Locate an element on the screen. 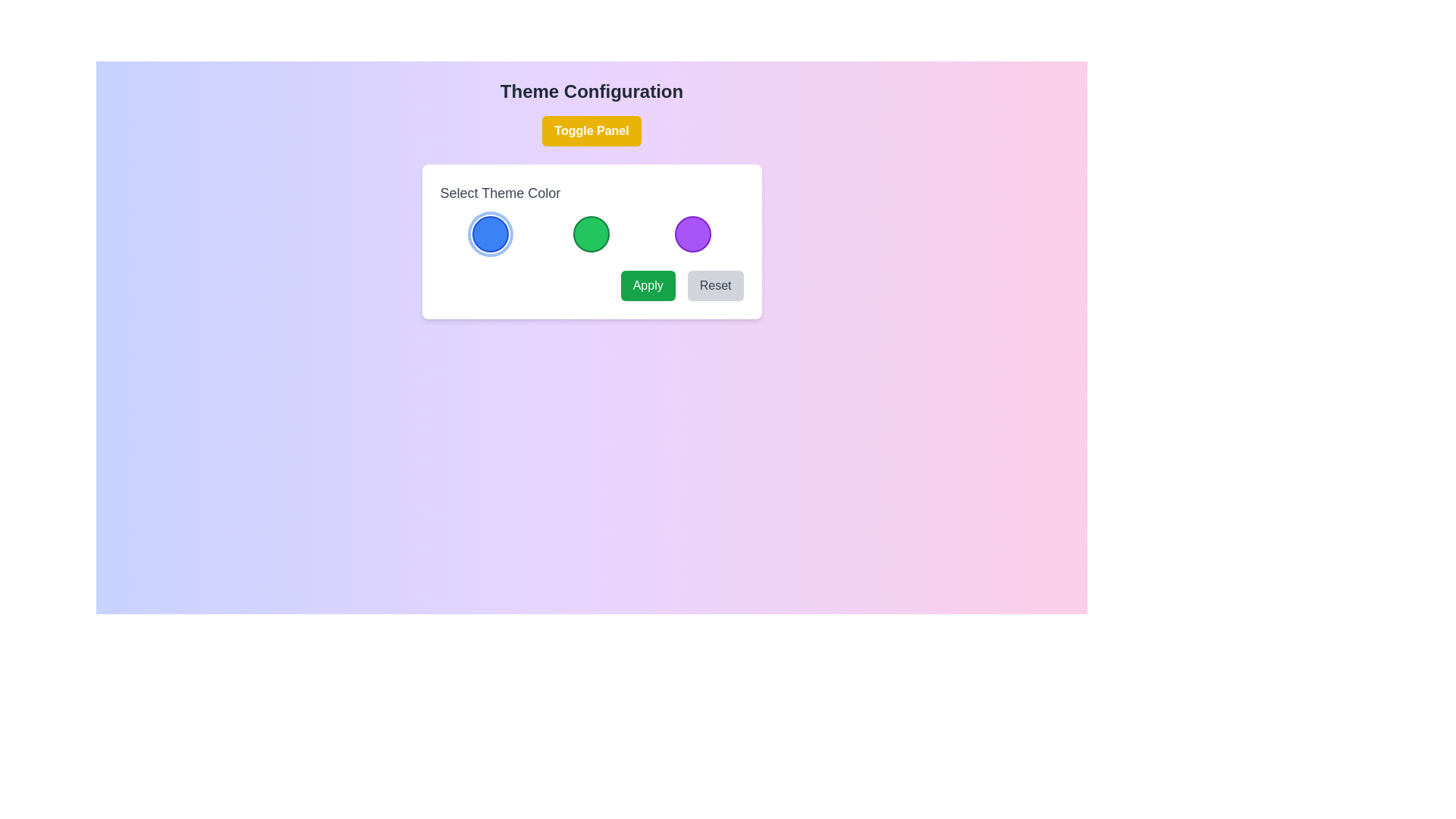  the green circular button with a dark green border, located between a blue circle and a purple circle on a white panel is located at coordinates (591, 234).